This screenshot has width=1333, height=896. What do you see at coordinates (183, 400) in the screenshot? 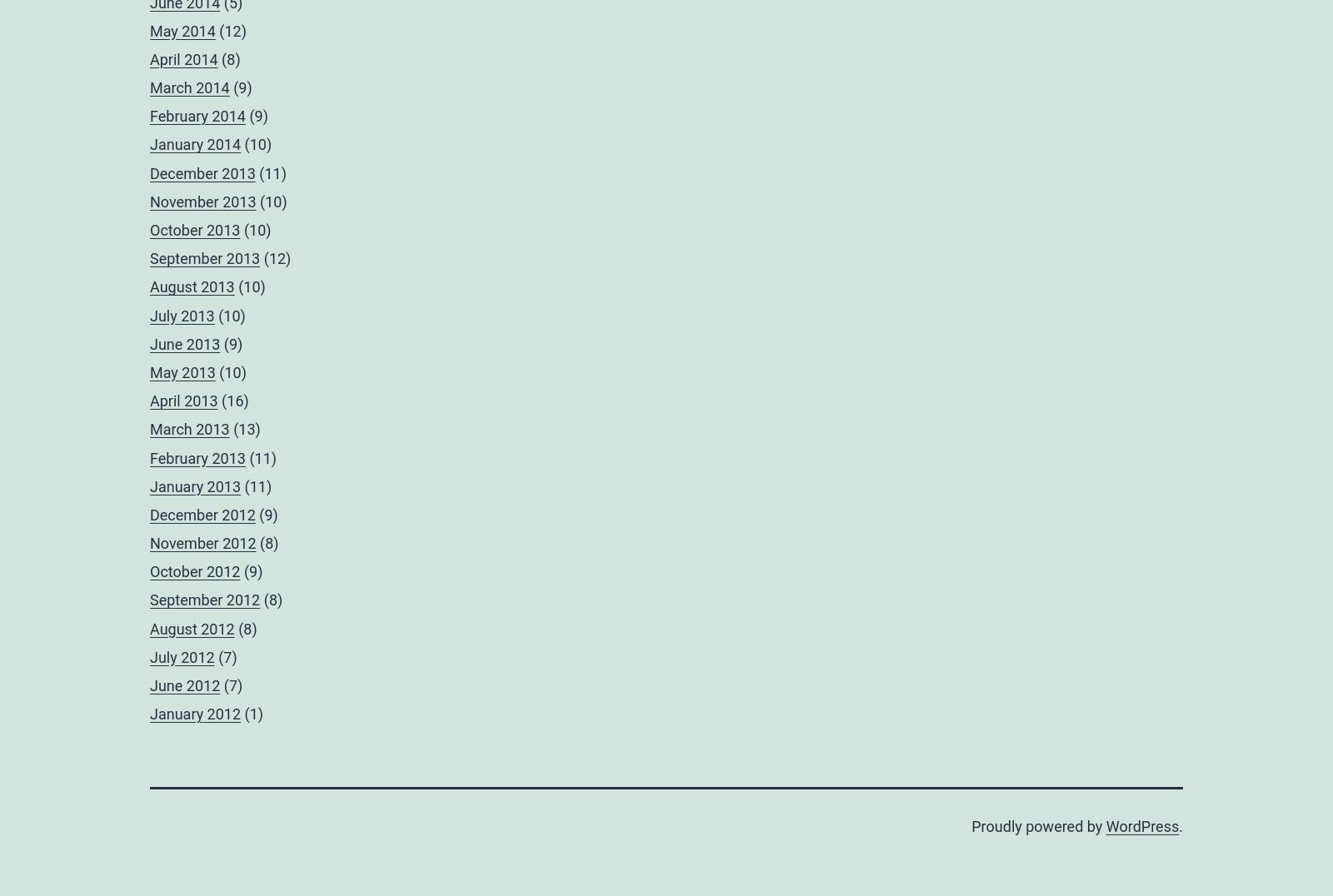
I see `'April 2013'` at bounding box center [183, 400].